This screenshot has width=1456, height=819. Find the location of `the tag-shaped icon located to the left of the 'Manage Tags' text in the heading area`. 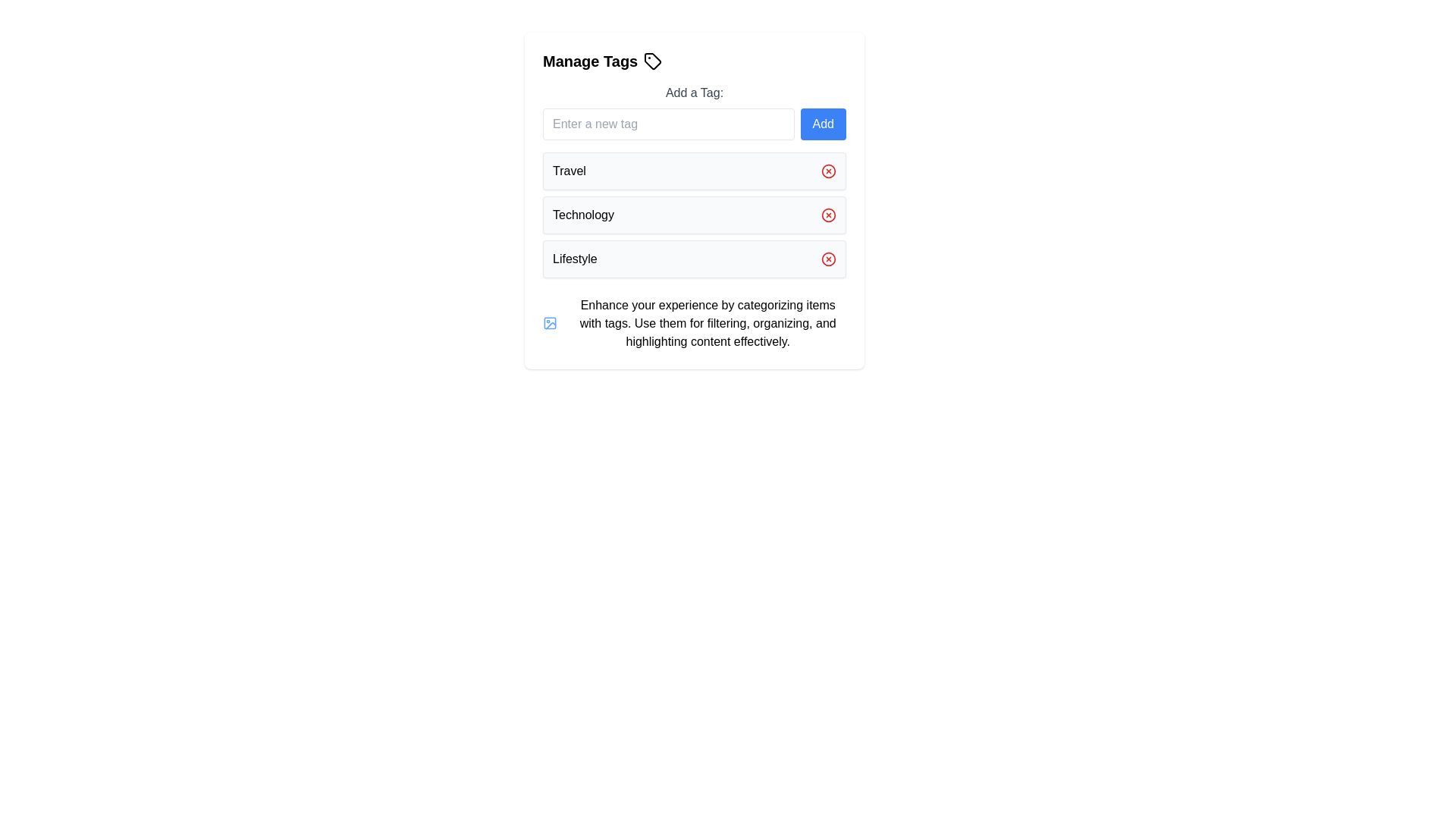

the tag-shaped icon located to the left of the 'Manage Tags' text in the heading area is located at coordinates (653, 61).